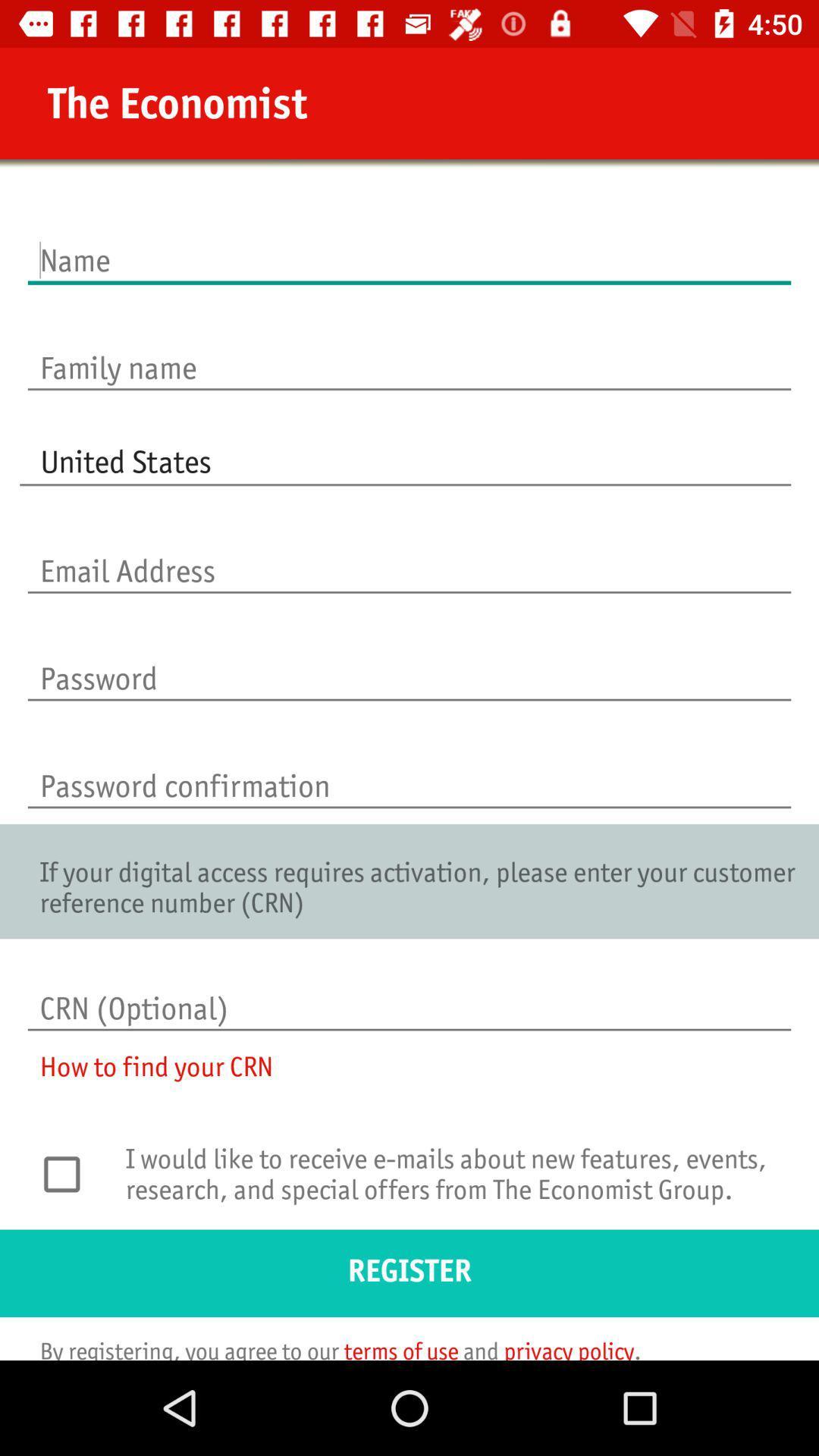 The image size is (819, 1456). I want to click on optional customer reference number, so click(409, 993).